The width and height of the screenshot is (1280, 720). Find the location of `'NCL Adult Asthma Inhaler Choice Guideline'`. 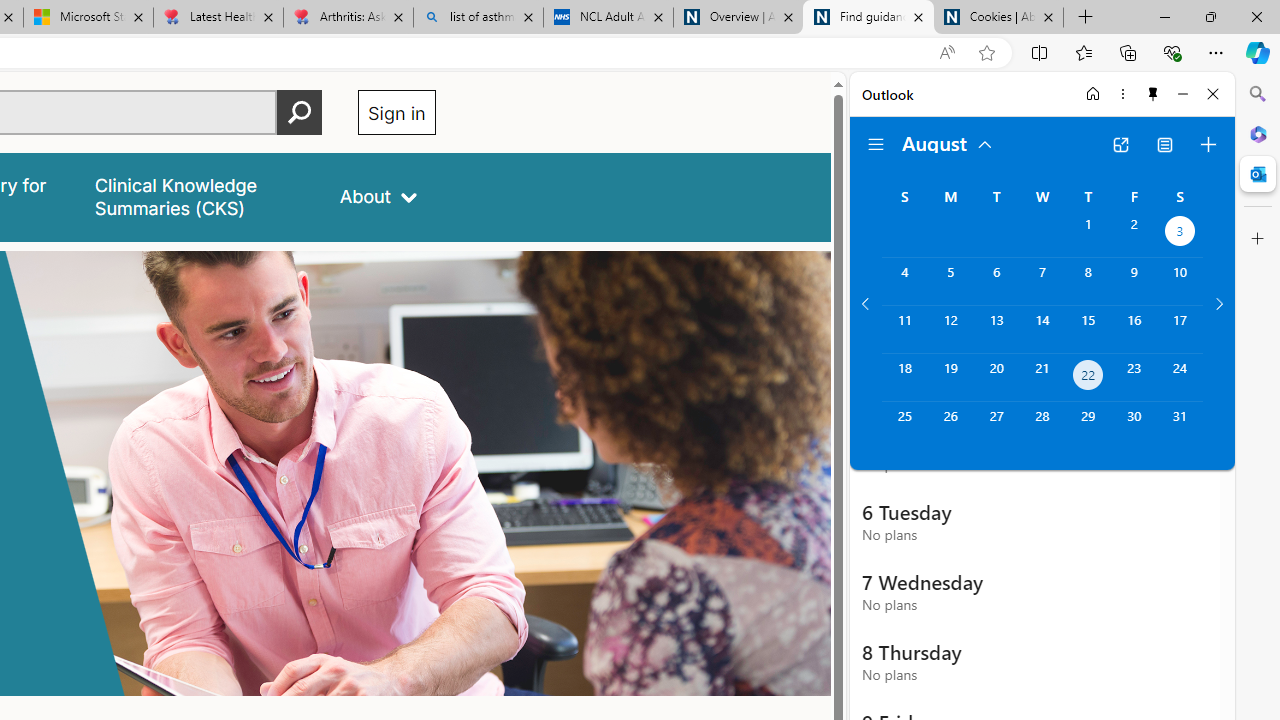

'NCL Adult Asthma Inhaler Choice Guideline' is located at coordinates (607, 17).